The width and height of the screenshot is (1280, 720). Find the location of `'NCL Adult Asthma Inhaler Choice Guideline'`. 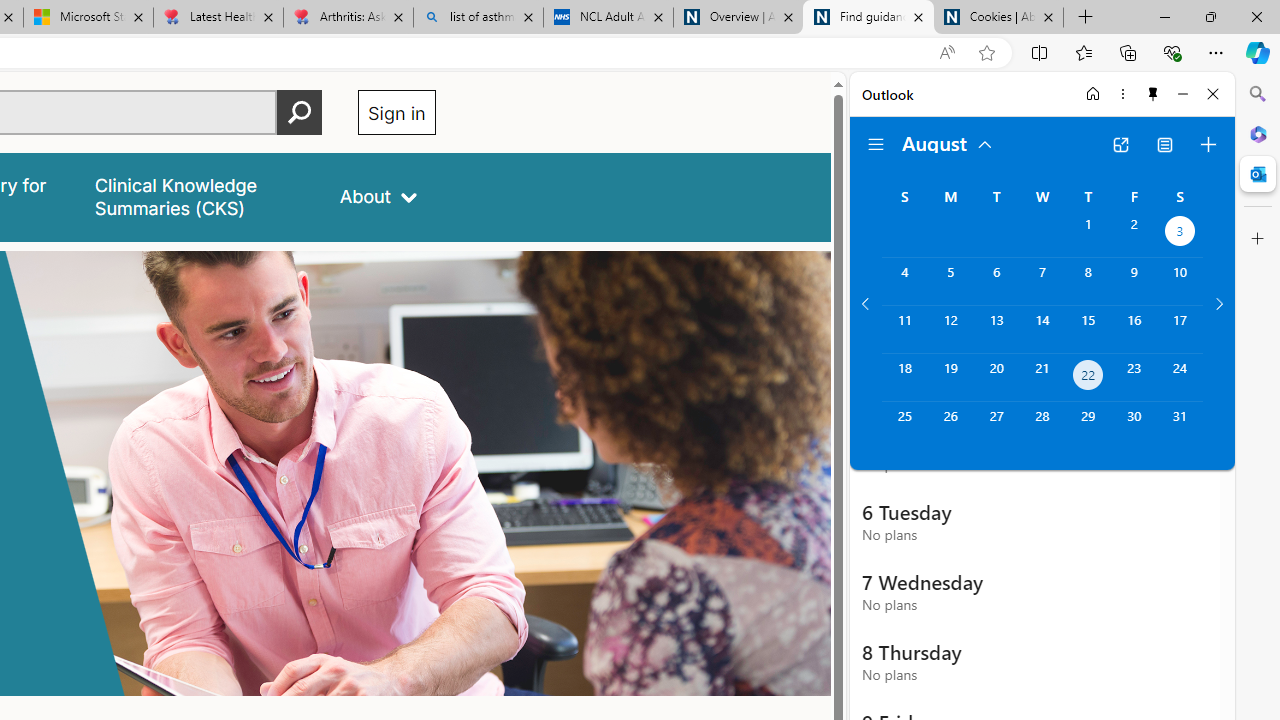

'NCL Adult Asthma Inhaler Choice Guideline' is located at coordinates (607, 17).